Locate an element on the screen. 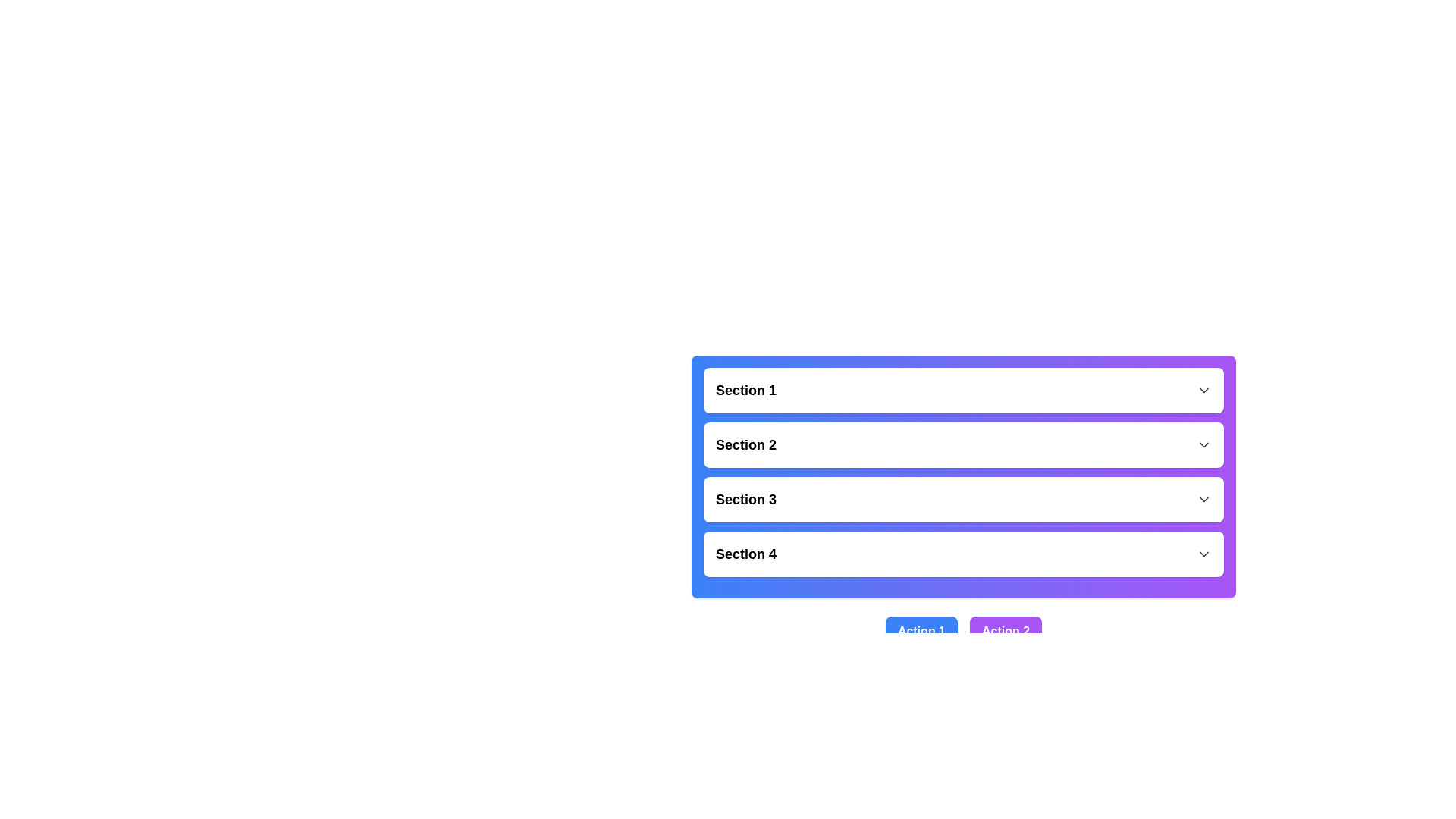 This screenshot has height=819, width=1456. the bold, black text label reading 'Section 4' which is part of a dropdown menu interface, located near the bottom of the interface is located at coordinates (745, 554).